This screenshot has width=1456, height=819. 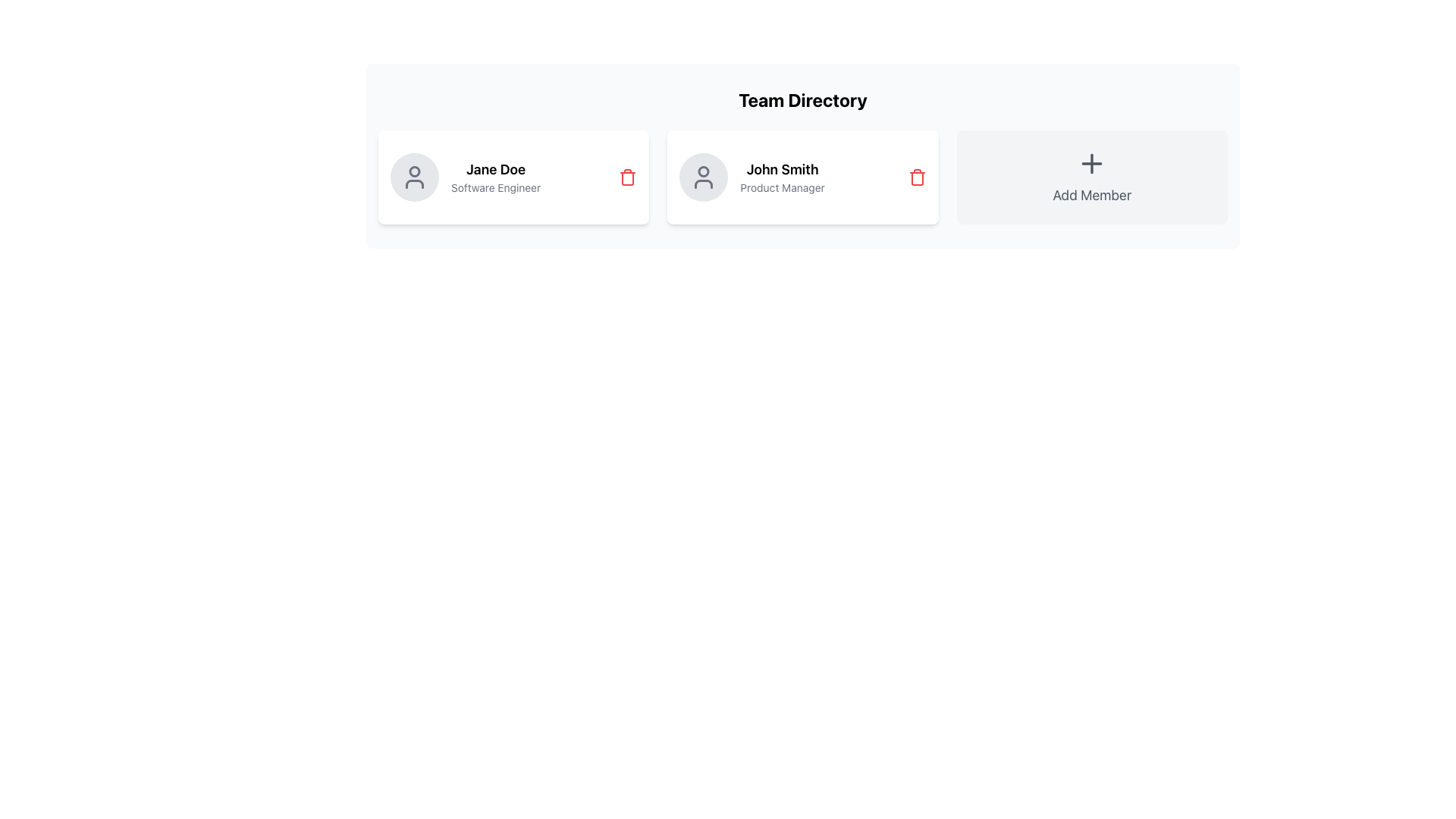 I want to click on the profile image placeholder for user 'John Smith' located in the card section titled 'John Smith - Product Manager', so click(x=703, y=177).